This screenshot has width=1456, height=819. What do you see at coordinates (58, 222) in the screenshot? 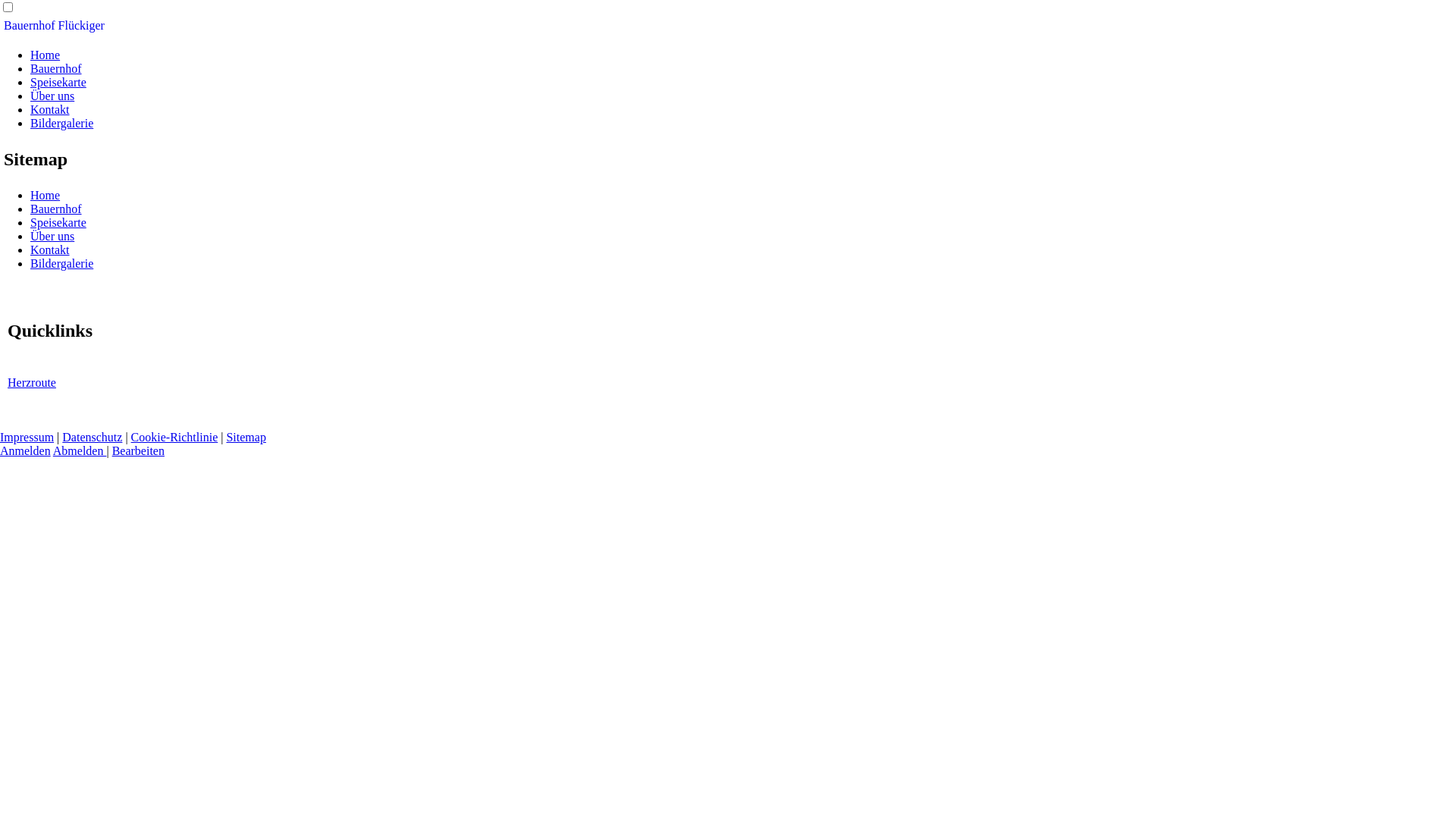
I see `'Speisekarte'` at bounding box center [58, 222].